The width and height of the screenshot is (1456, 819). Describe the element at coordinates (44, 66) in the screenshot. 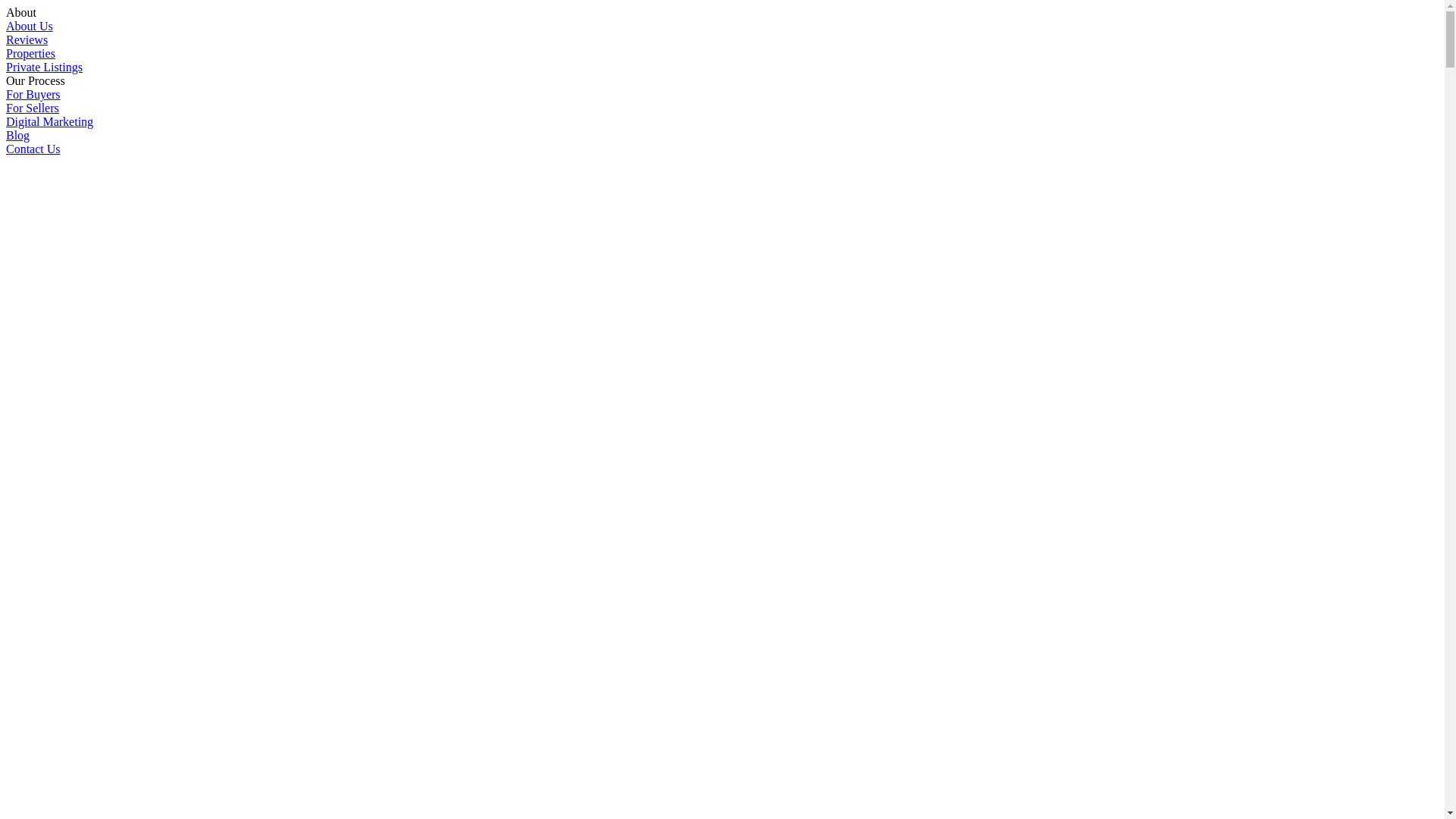

I see `'Private Listings'` at that location.